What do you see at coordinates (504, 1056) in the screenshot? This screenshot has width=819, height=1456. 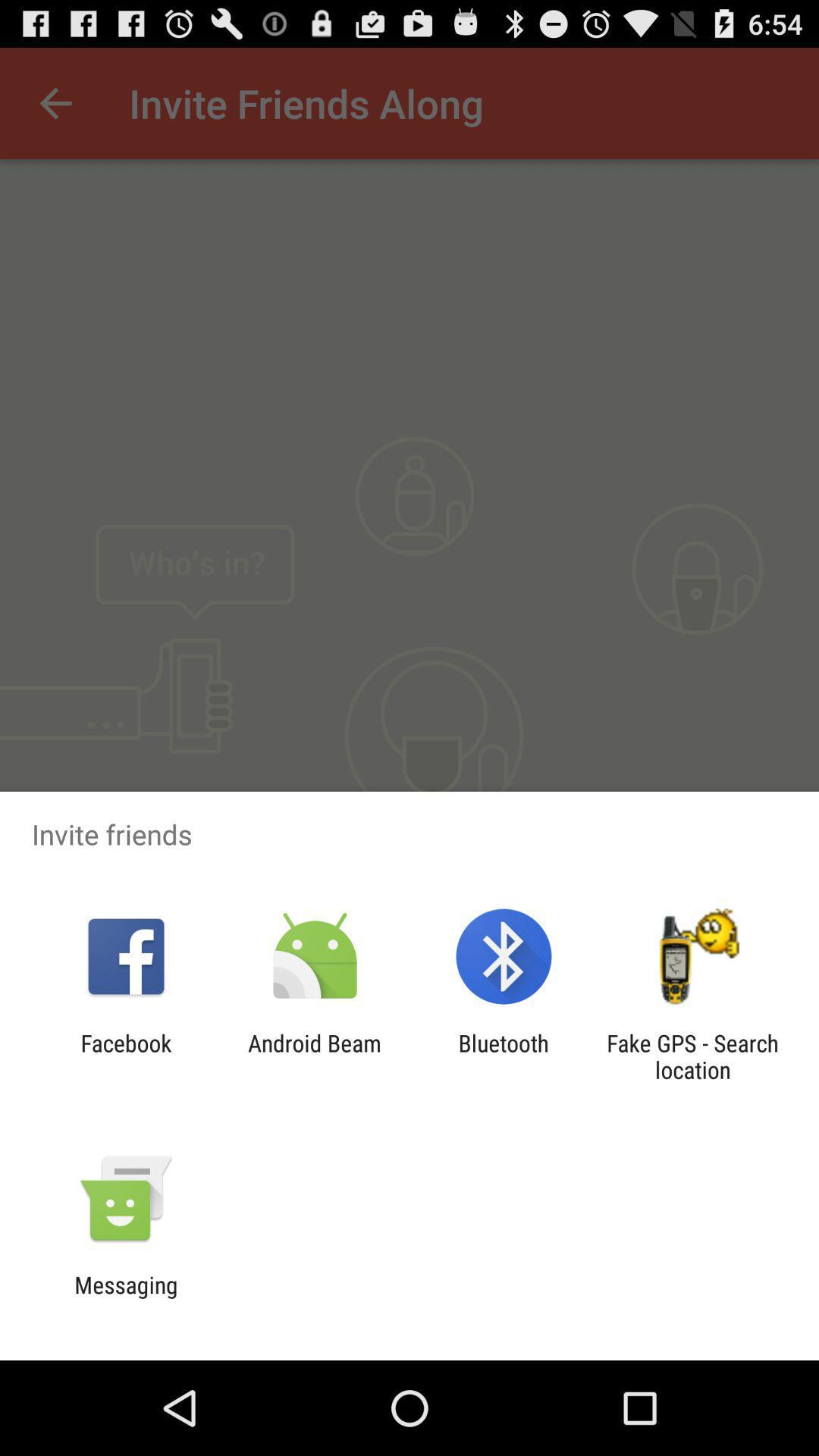 I see `icon to the right of the android beam item` at bounding box center [504, 1056].